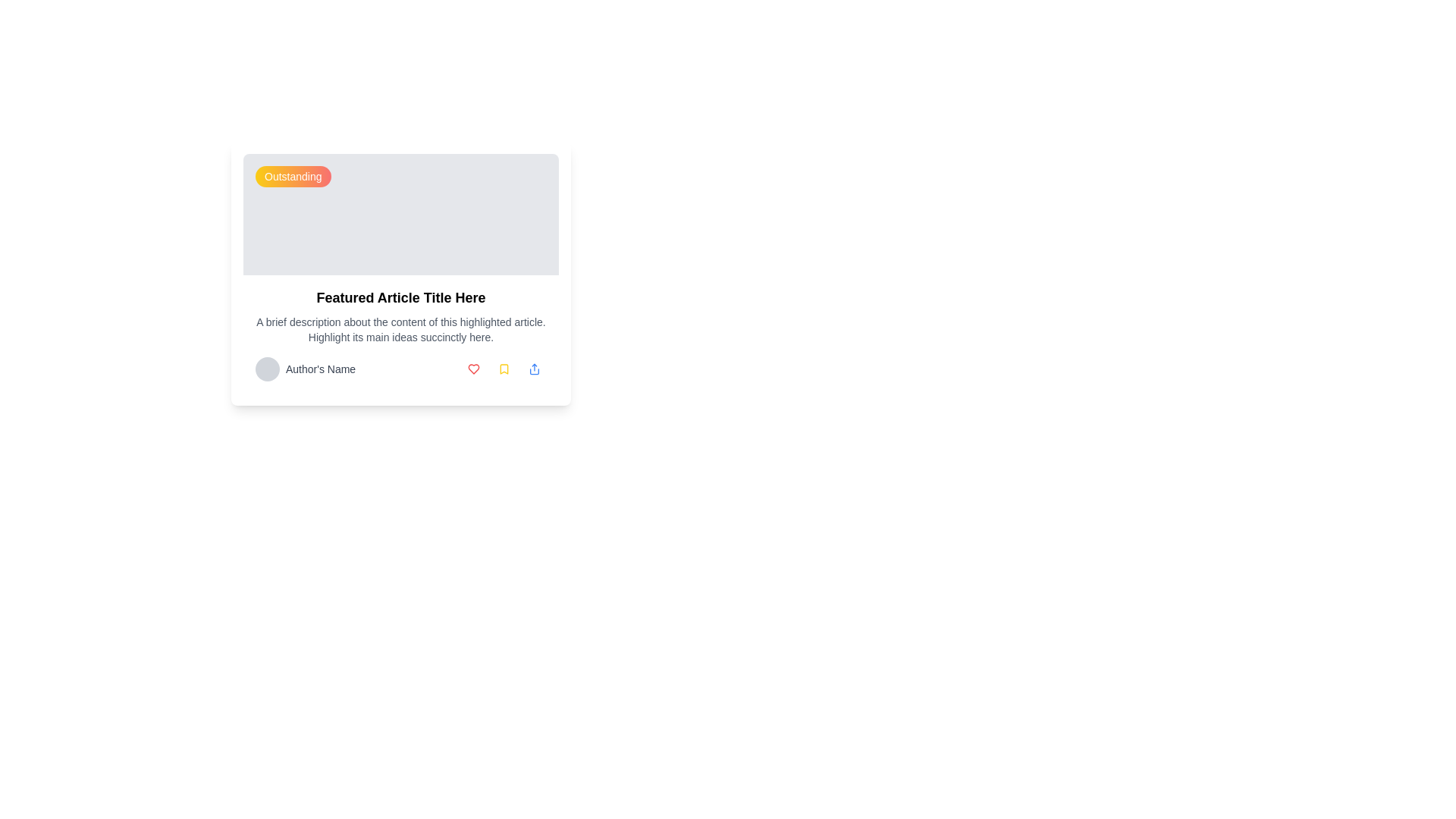 This screenshot has height=819, width=1456. I want to click on the bookmark icon located in the bottom-right part of the widget containing the article card, so click(504, 369).